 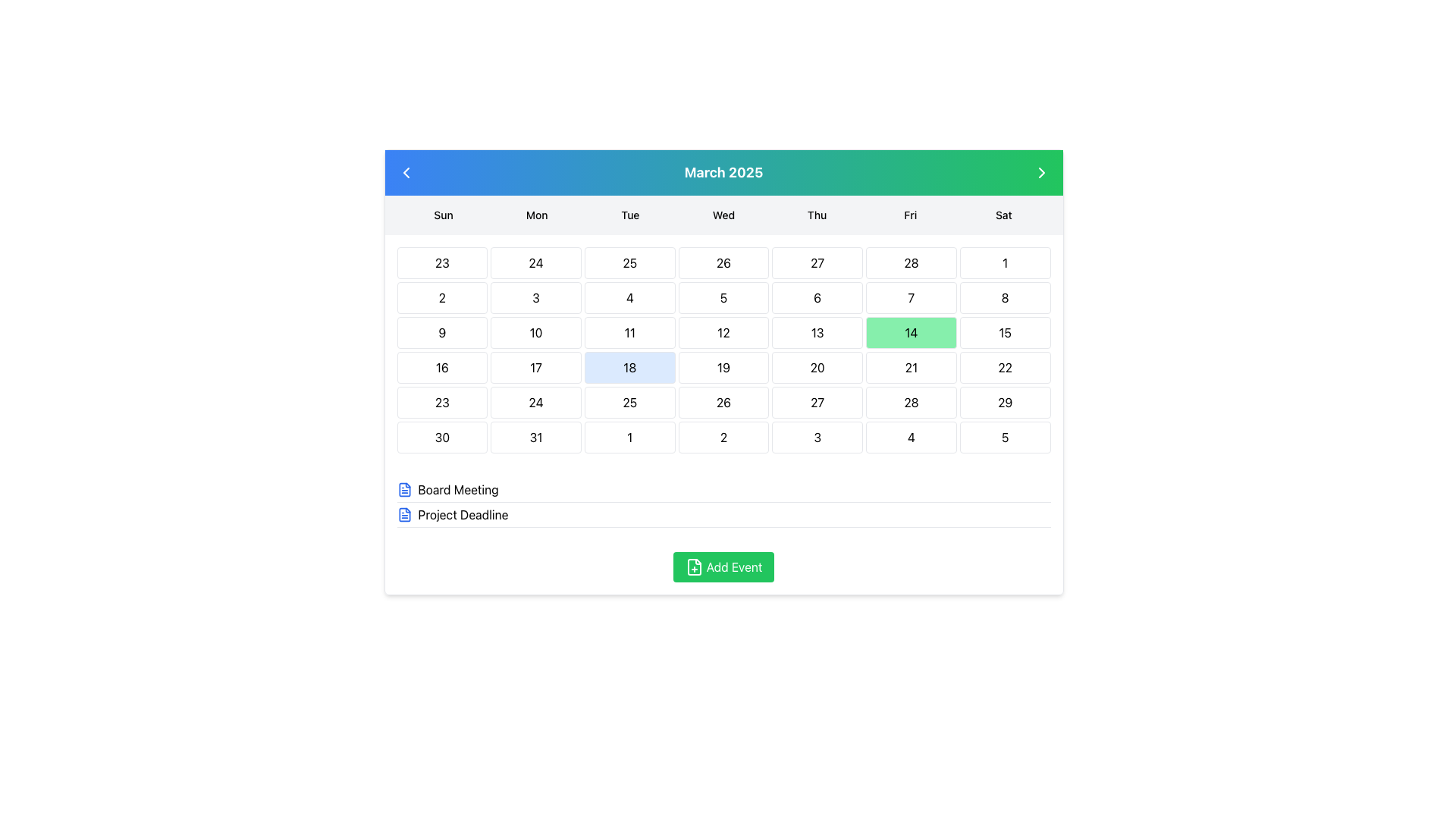 I want to click on the rightward arrow icon located at the far right end of the green header bar, so click(x=1040, y=171).